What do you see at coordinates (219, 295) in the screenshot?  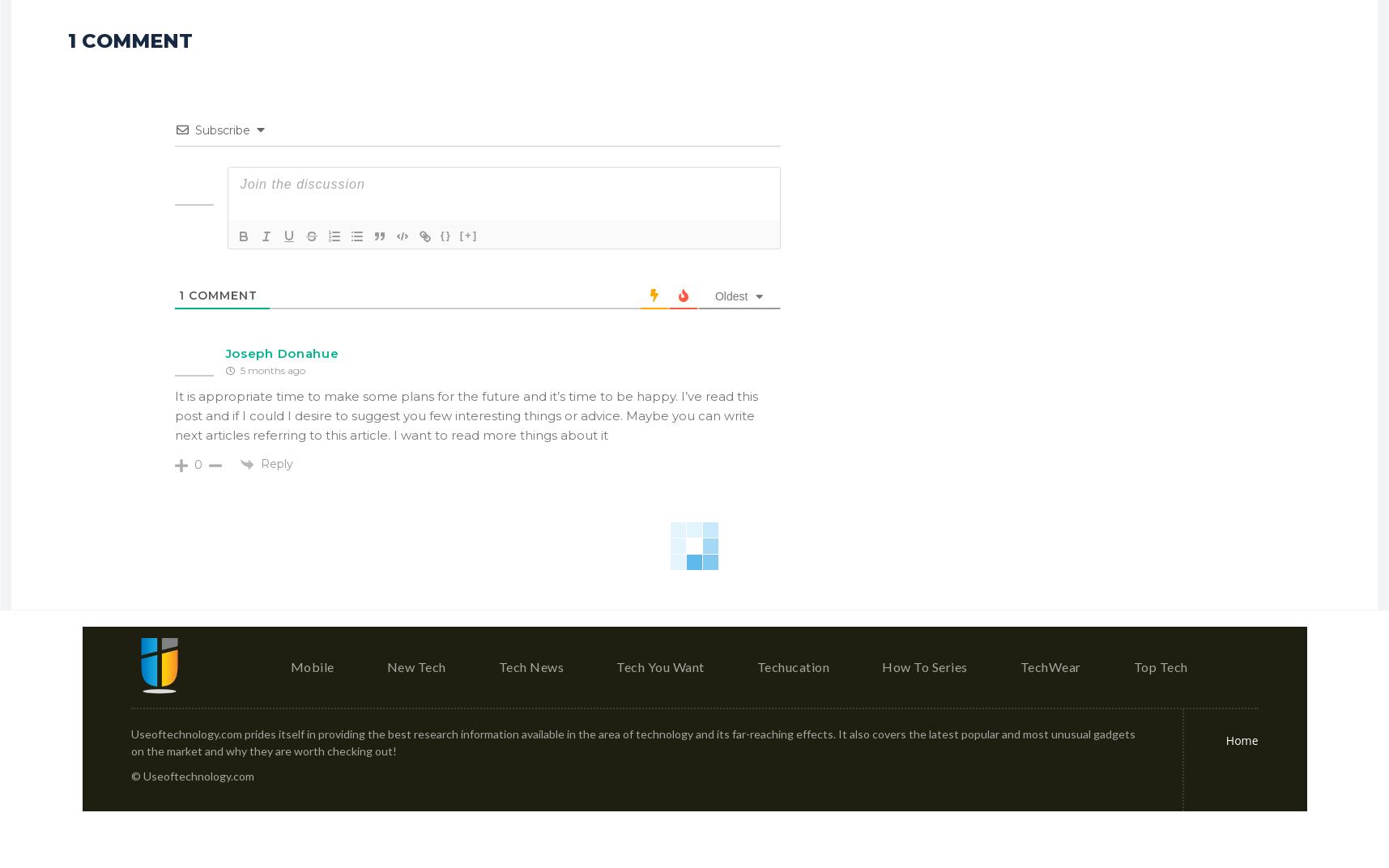 I see `'Comment'` at bounding box center [219, 295].